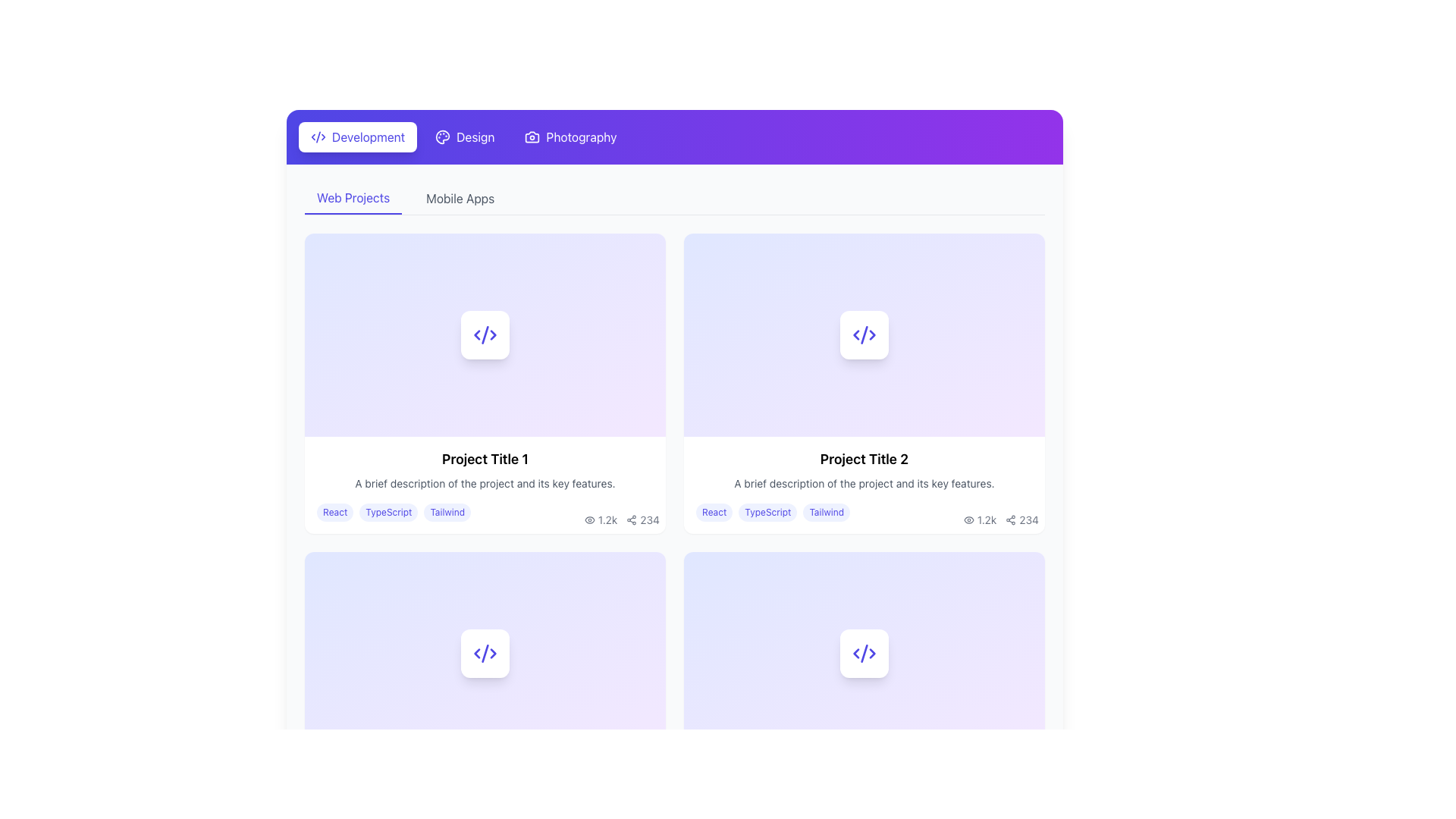 The image size is (1456, 819). I want to click on the rightward arrow icon within the coding symbols graphic on the project display card titled 'Project Title 1', so click(493, 334).